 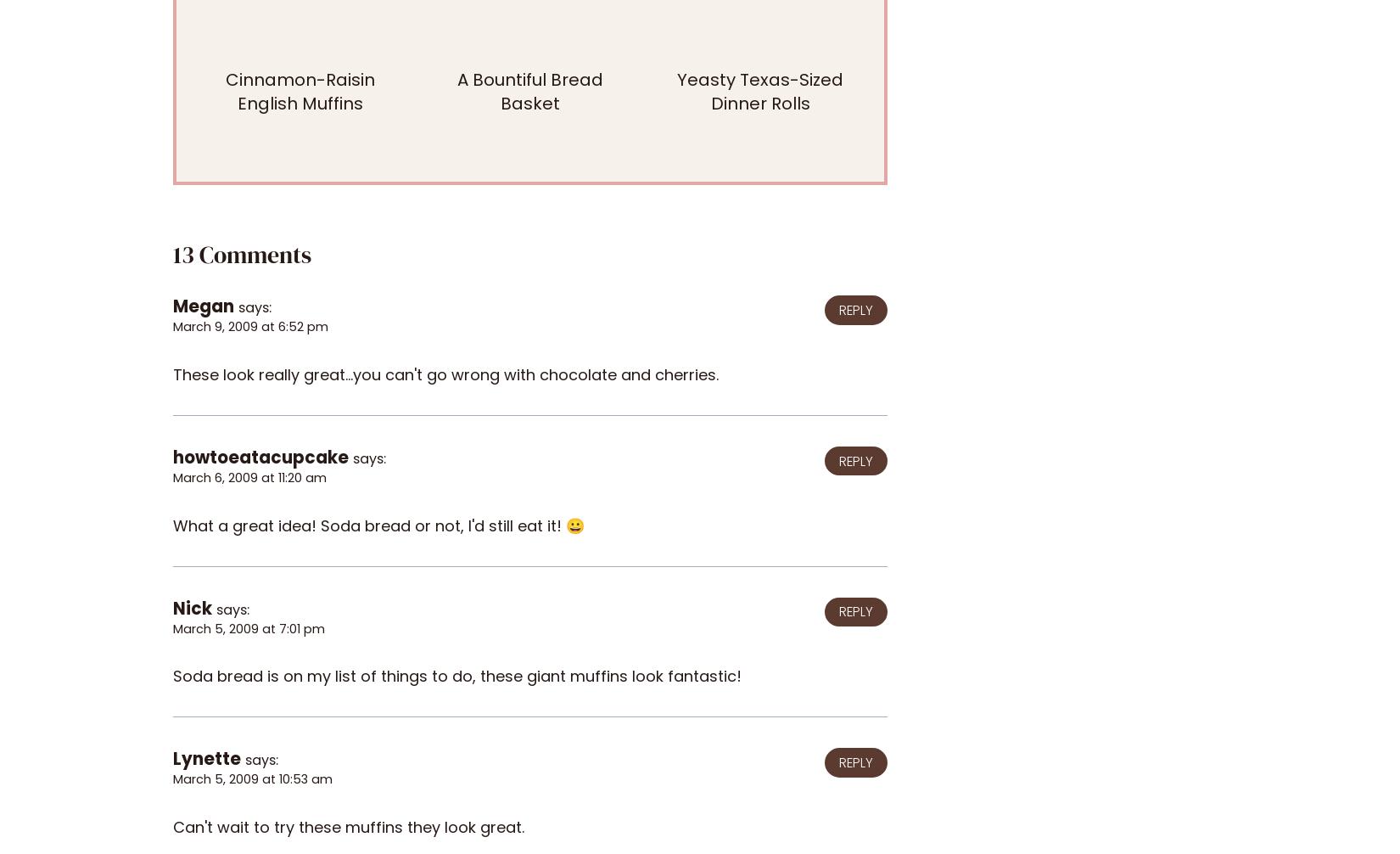 I want to click on 'These look really great...you can't go wrong with chocolate and cherries.', so click(x=445, y=374).